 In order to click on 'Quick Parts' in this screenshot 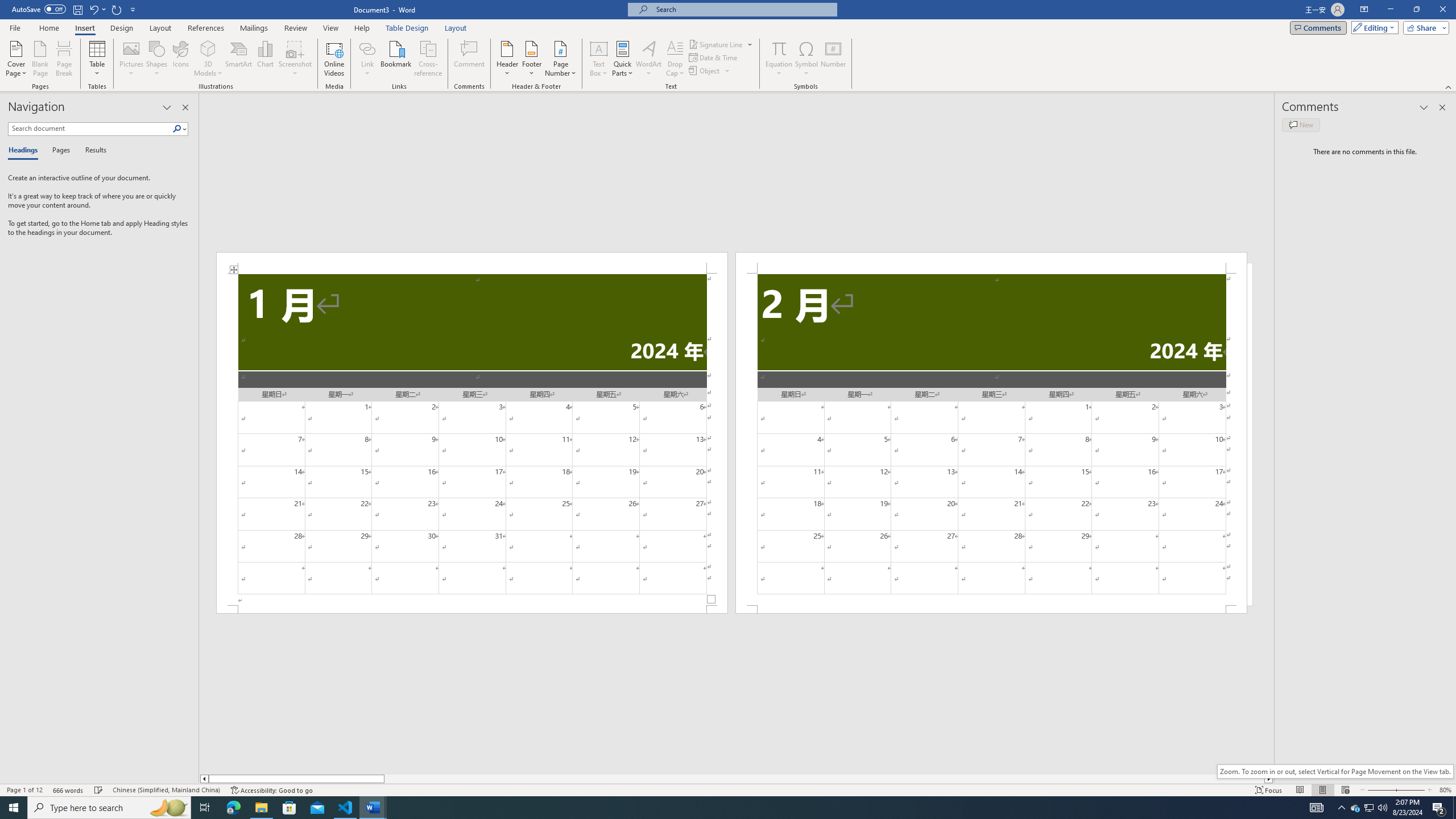, I will do `click(622, 59)`.